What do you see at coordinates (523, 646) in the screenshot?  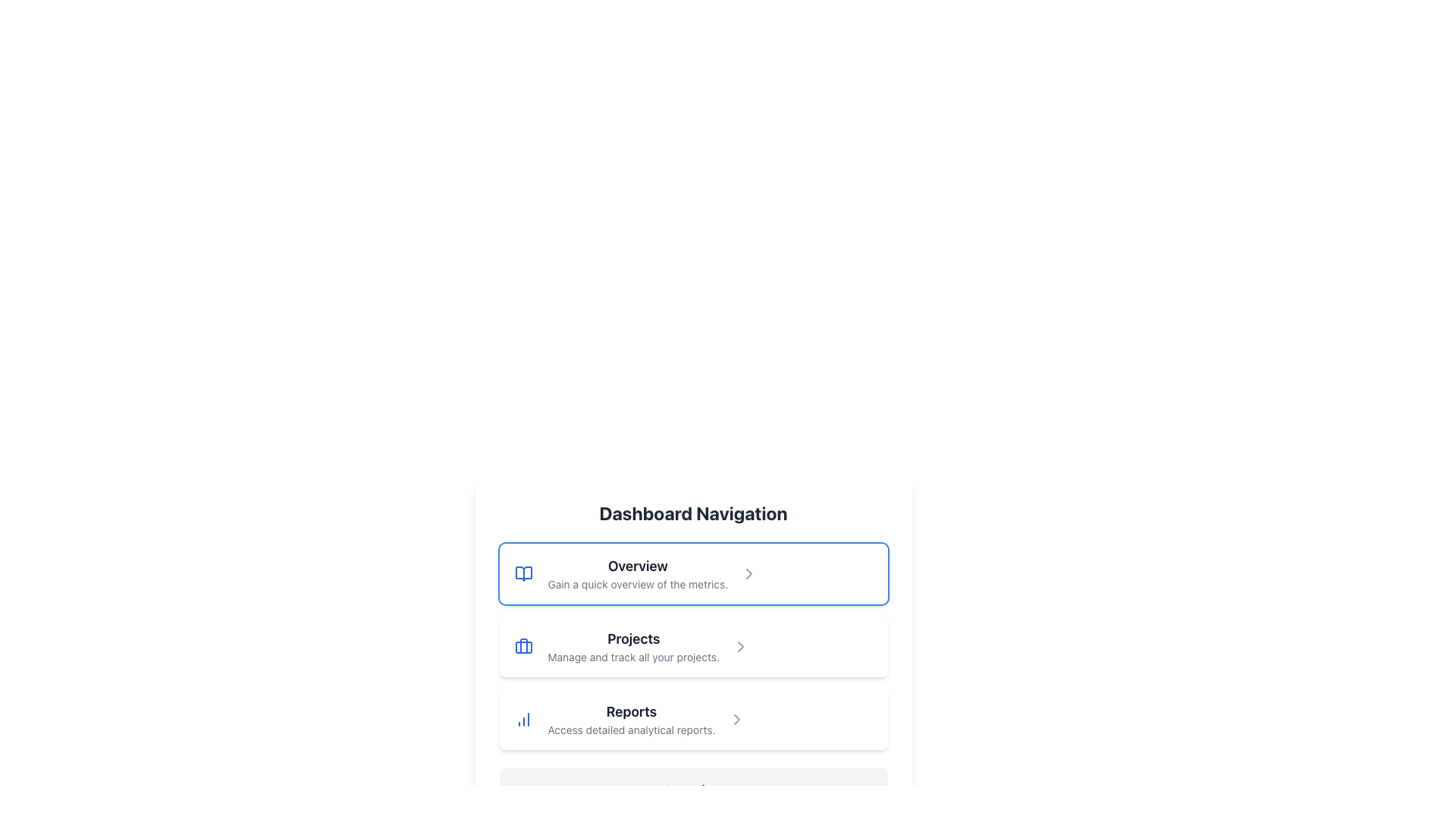 I see `the blue briefcase icon with rounded corners located under the 'Projects' option in the 'Dashboard Navigation' section` at bounding box center [523, 646].